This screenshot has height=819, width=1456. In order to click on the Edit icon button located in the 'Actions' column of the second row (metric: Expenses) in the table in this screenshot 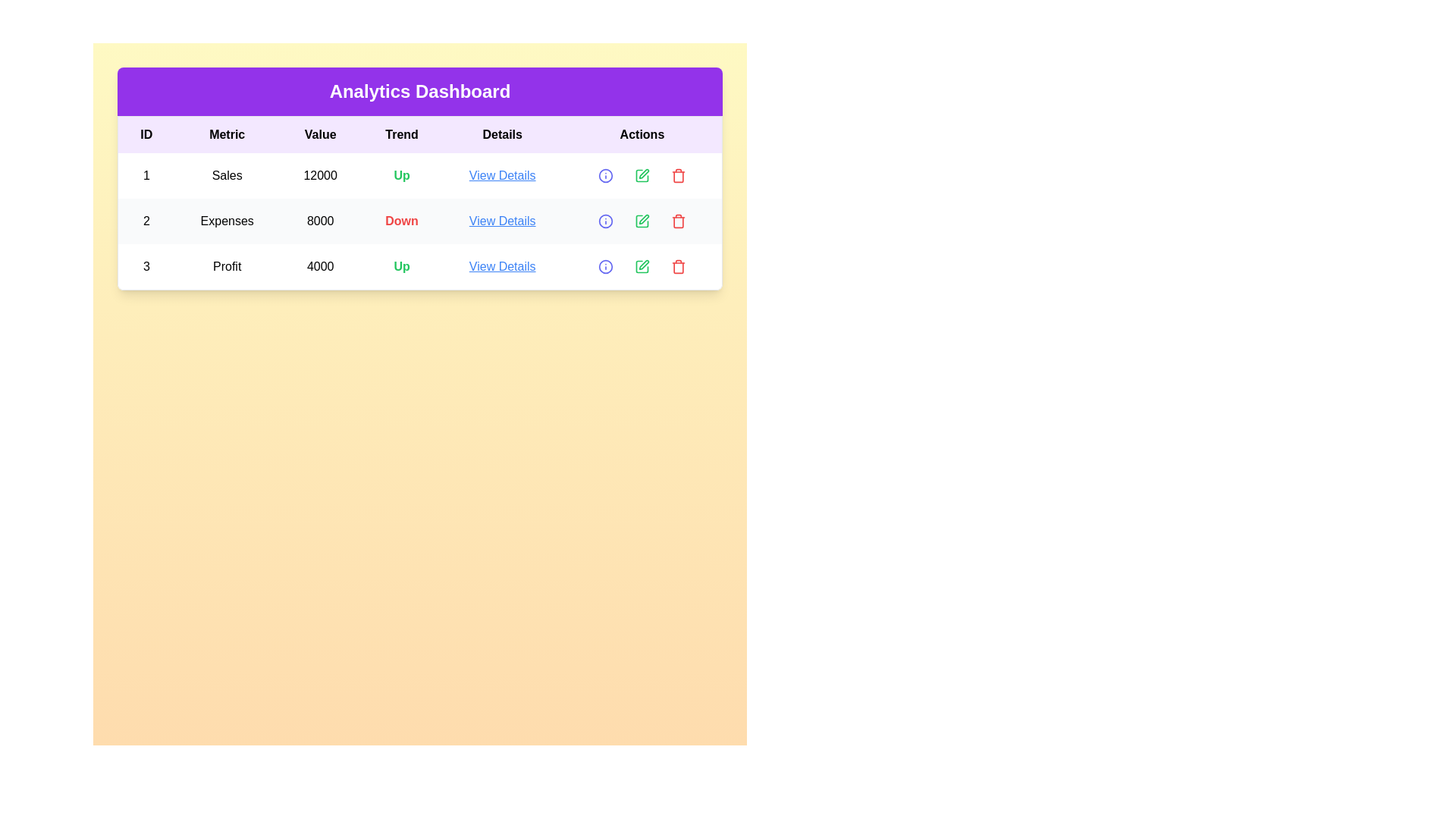, I will do `click(642, 221)`.